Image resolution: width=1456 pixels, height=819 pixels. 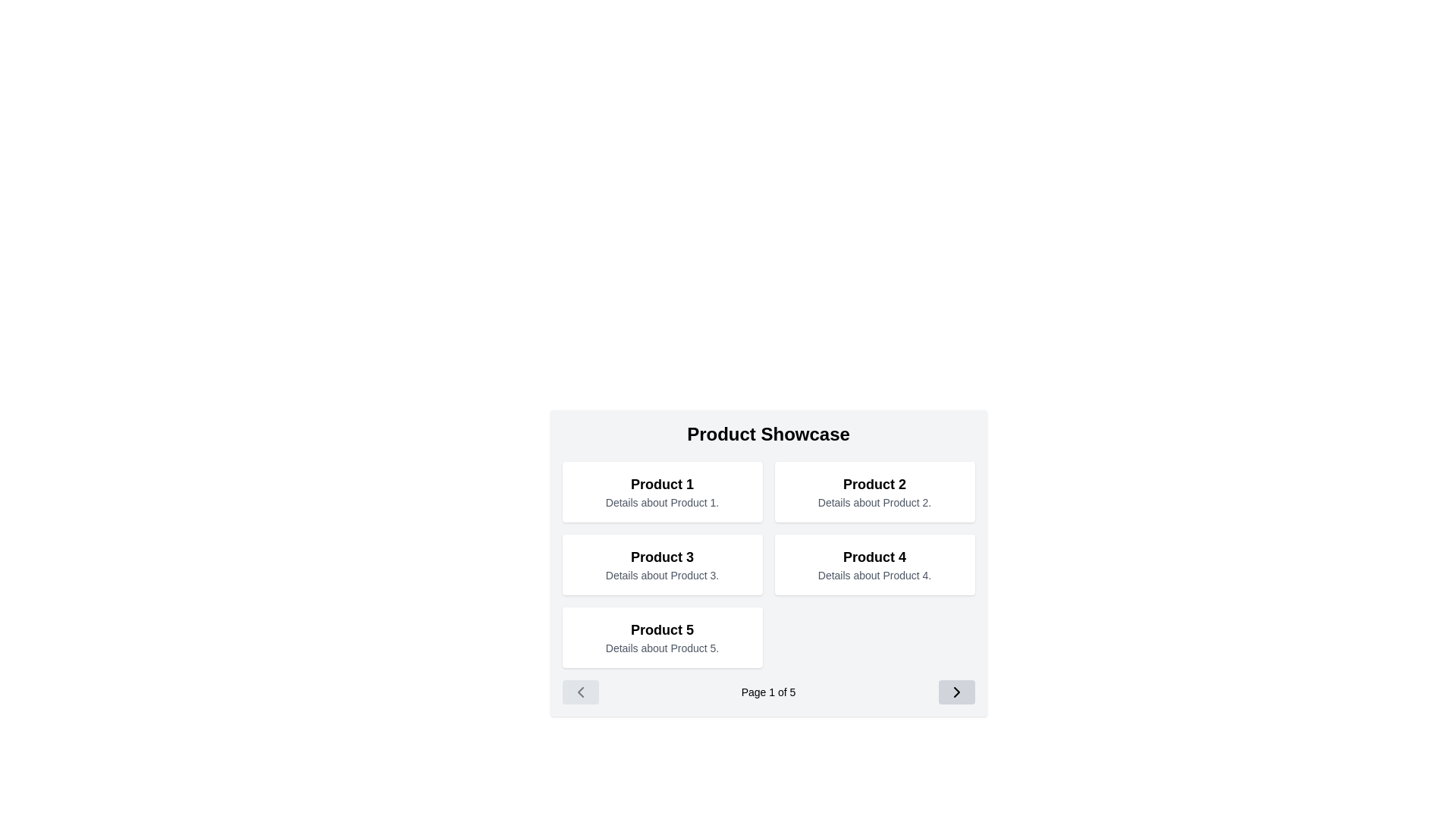 I want to click on text from the Text Label providing supplemental descriptive information about Product 2, located directly beneath the title 'Product 2' in the top-right section of the layout grid, so click(x=874, y=503).